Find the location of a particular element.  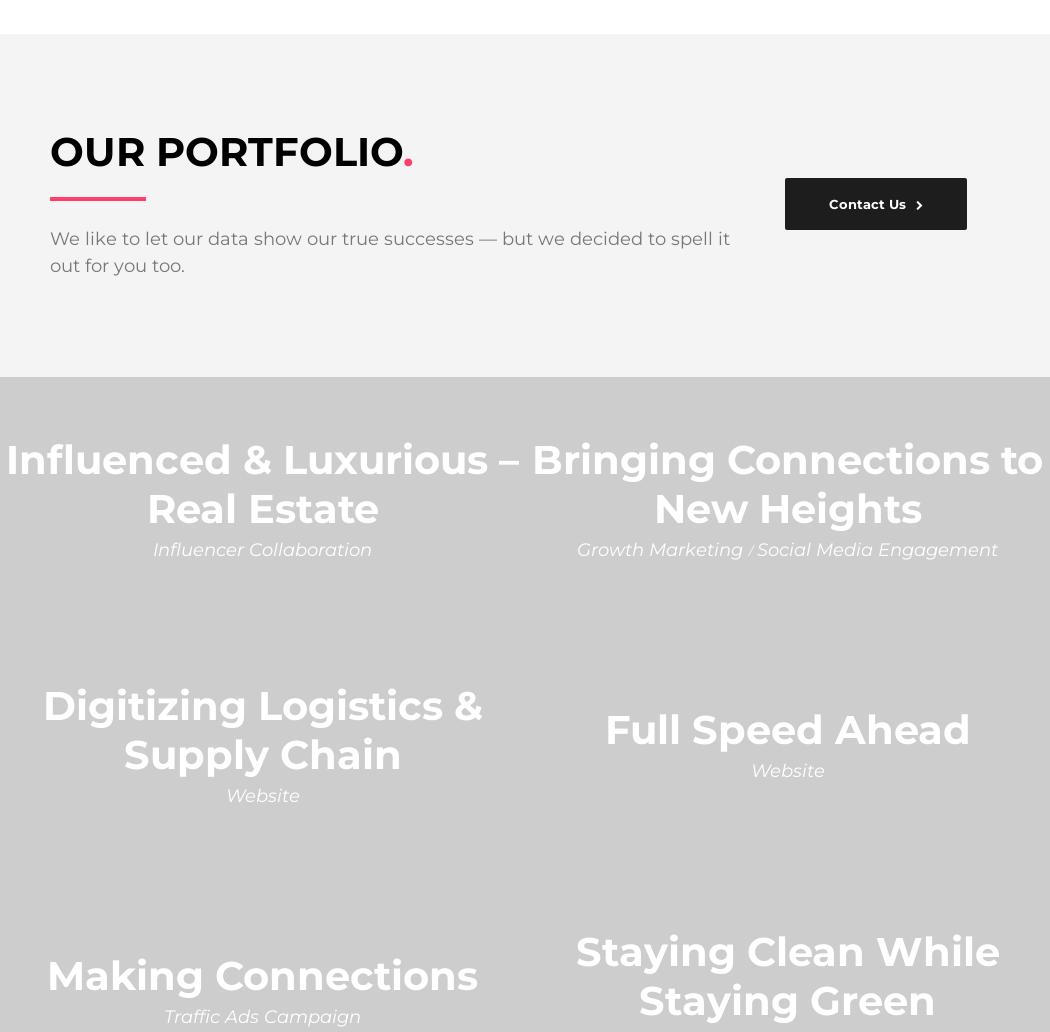

'Contact Us' is located at coordinates (866, 201).